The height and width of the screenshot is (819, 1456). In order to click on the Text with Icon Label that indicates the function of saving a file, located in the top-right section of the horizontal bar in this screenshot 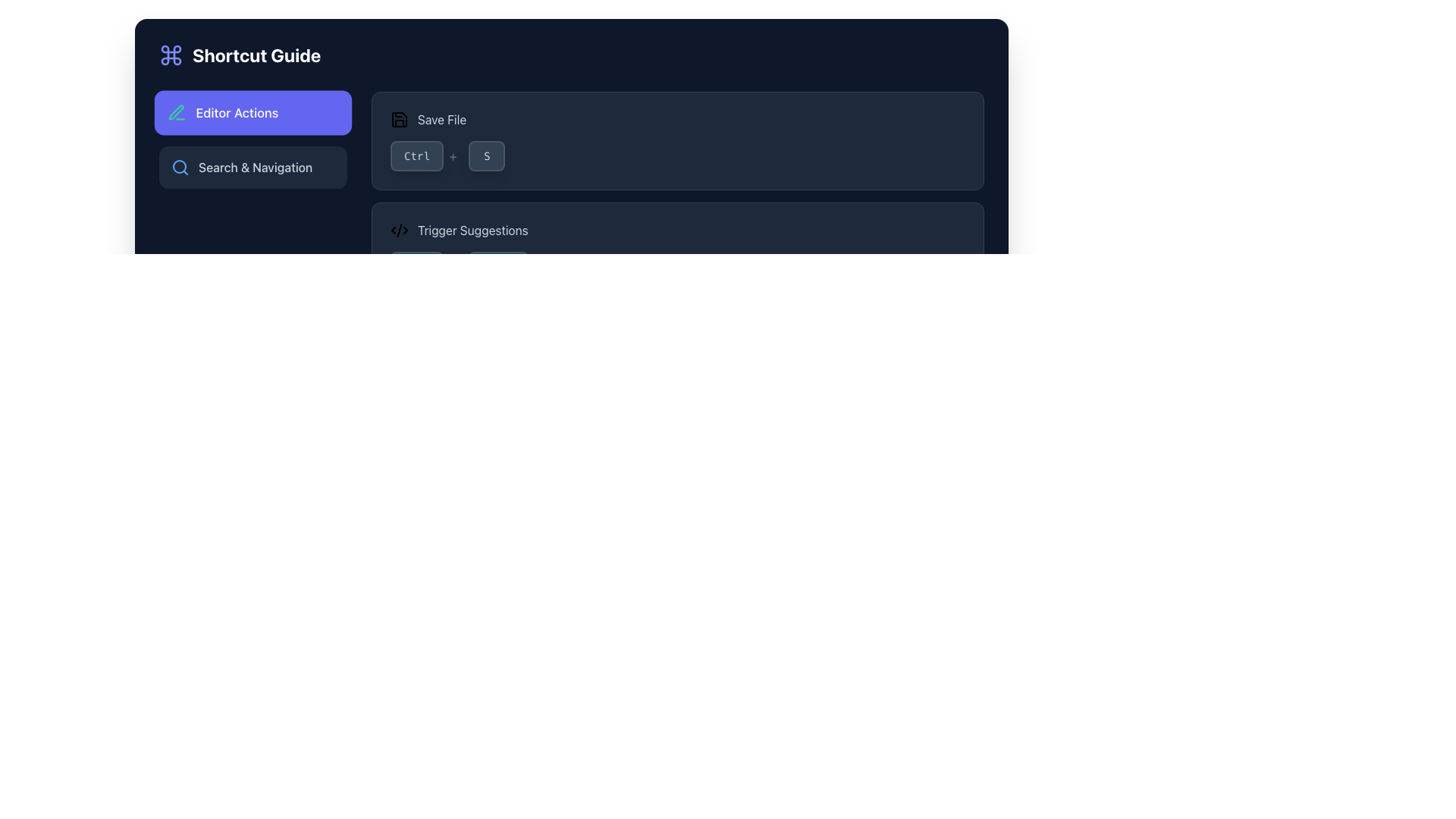, I will do `click(428, 119)`.